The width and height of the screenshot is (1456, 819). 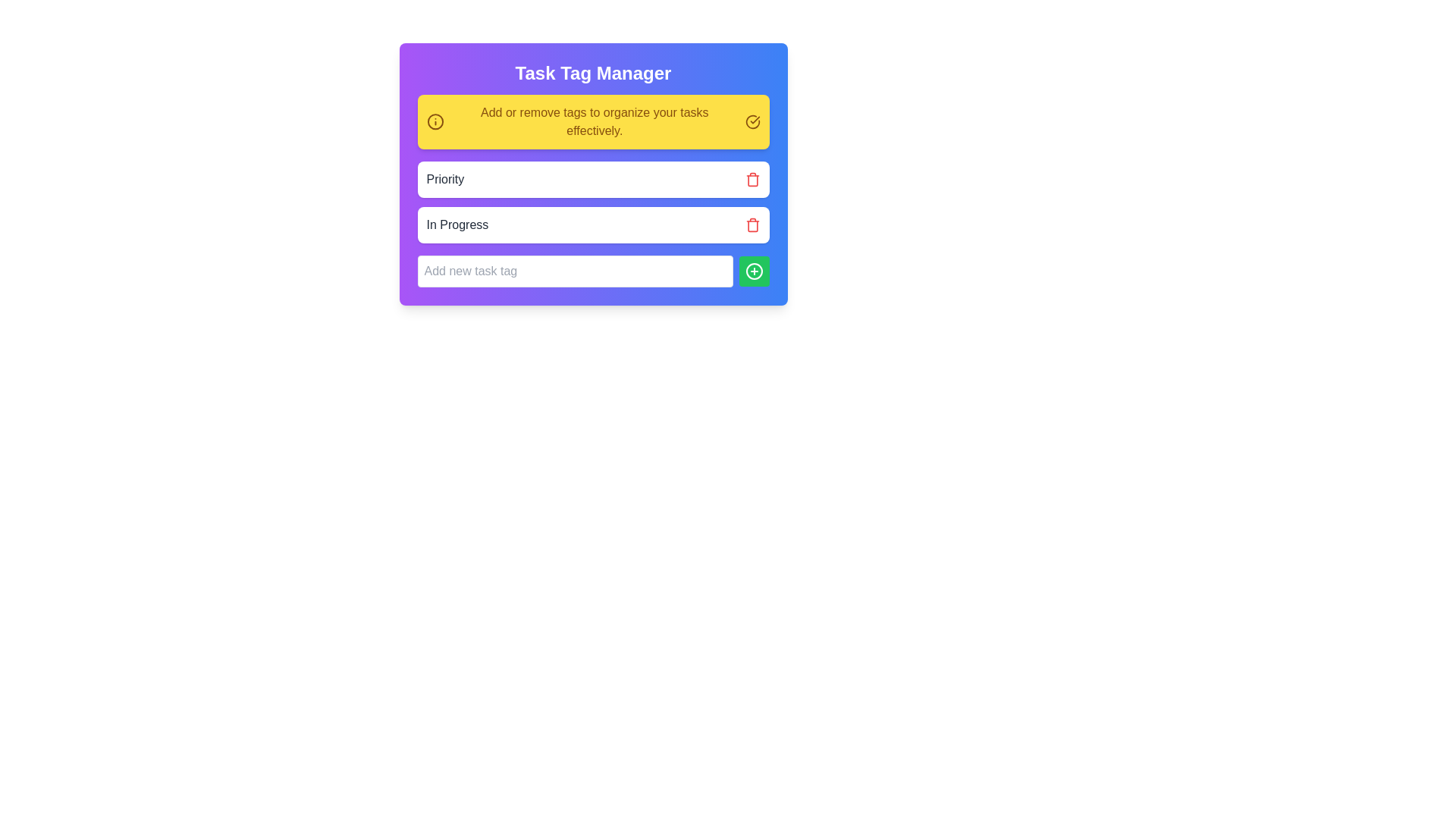 What do you see at coordinates (754, 271) in the screenshot?
I see `the circular green button with a plus sign located at the bottom-right corner of the 'Add new task tag' text input field` at bounding box center [754, 271].